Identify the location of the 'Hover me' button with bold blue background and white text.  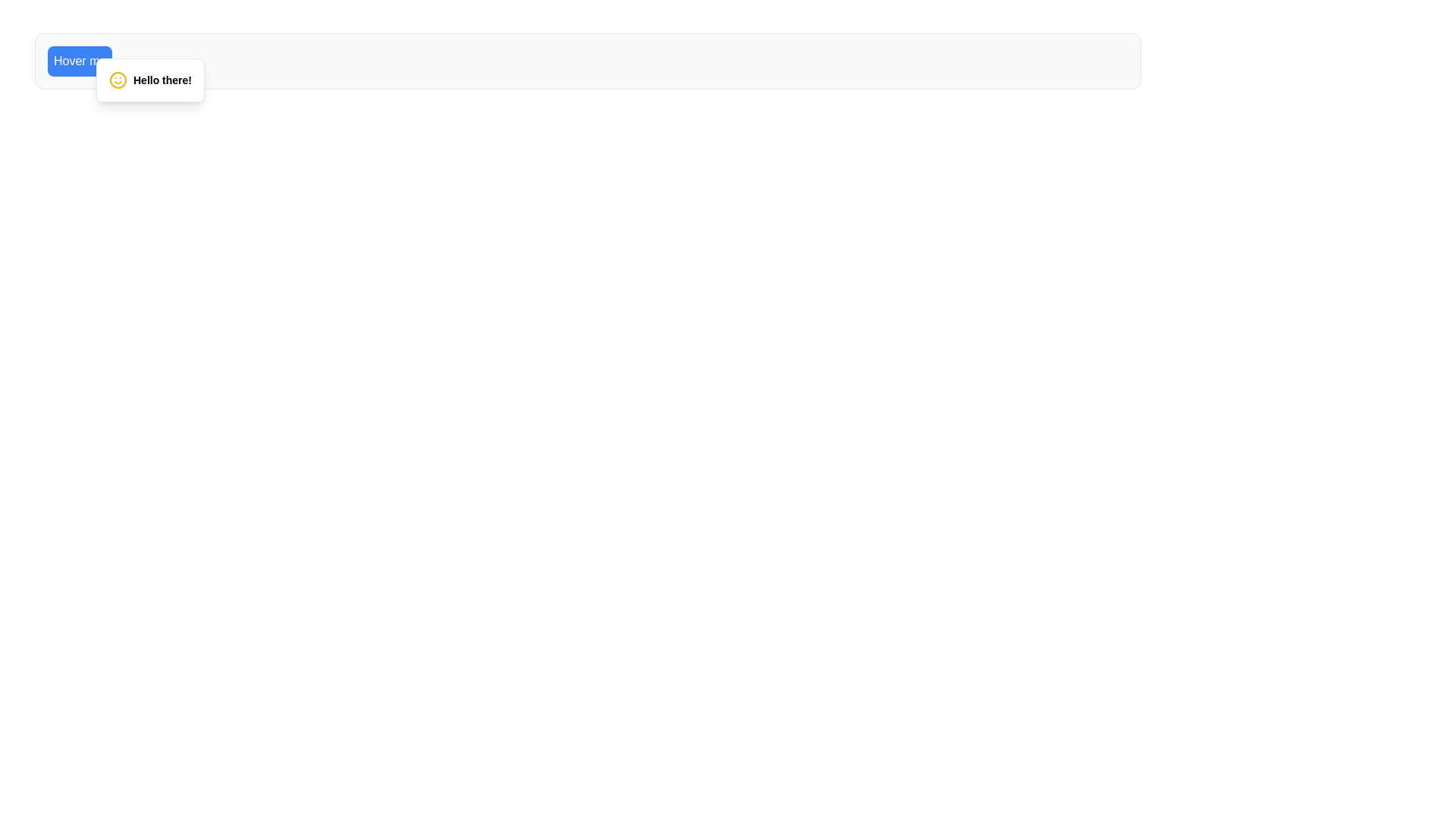
(79, 61).